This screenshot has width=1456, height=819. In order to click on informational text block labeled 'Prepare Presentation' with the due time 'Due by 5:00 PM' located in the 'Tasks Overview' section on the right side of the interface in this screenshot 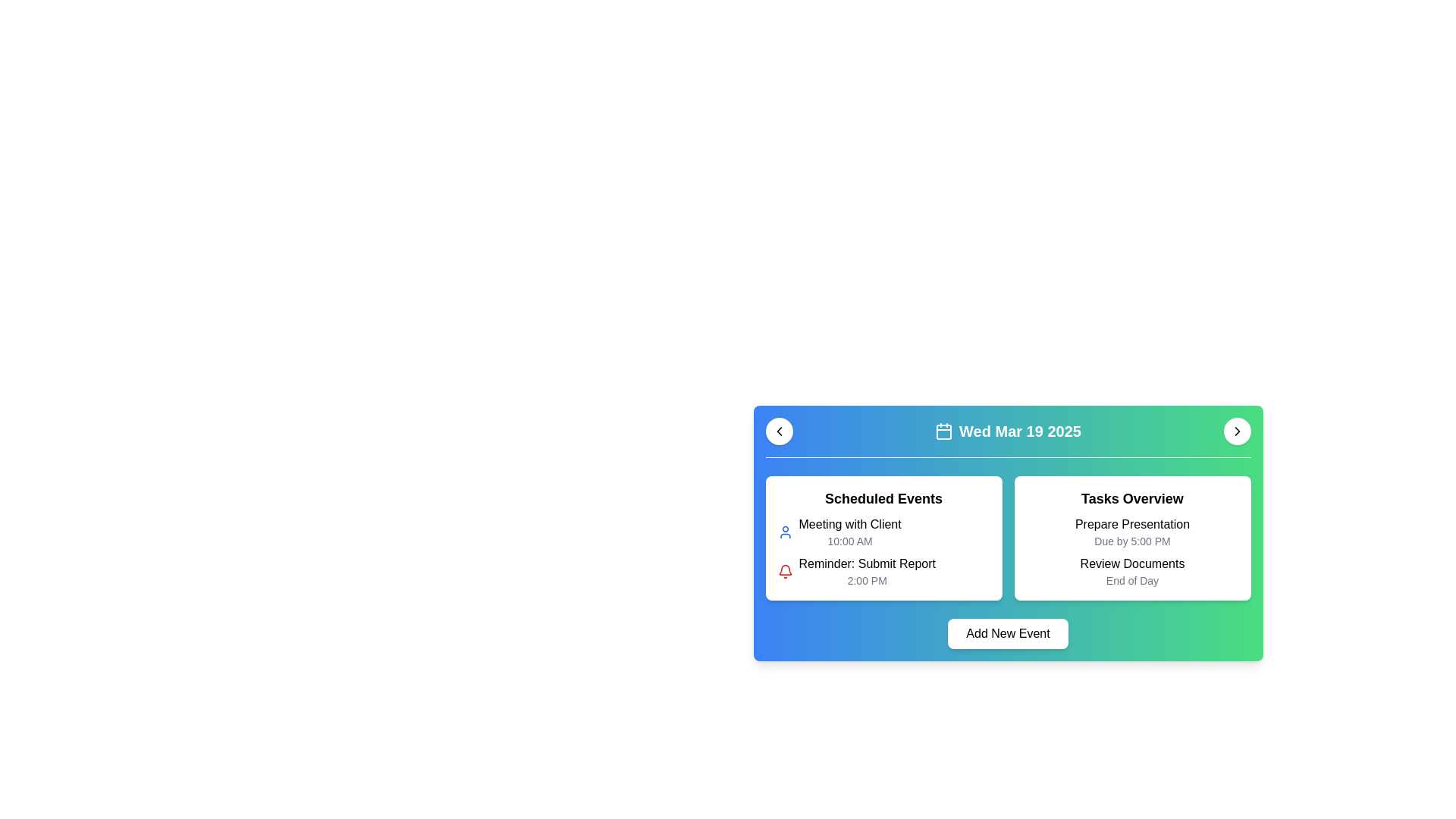, I will do `click(1132, 532)`.